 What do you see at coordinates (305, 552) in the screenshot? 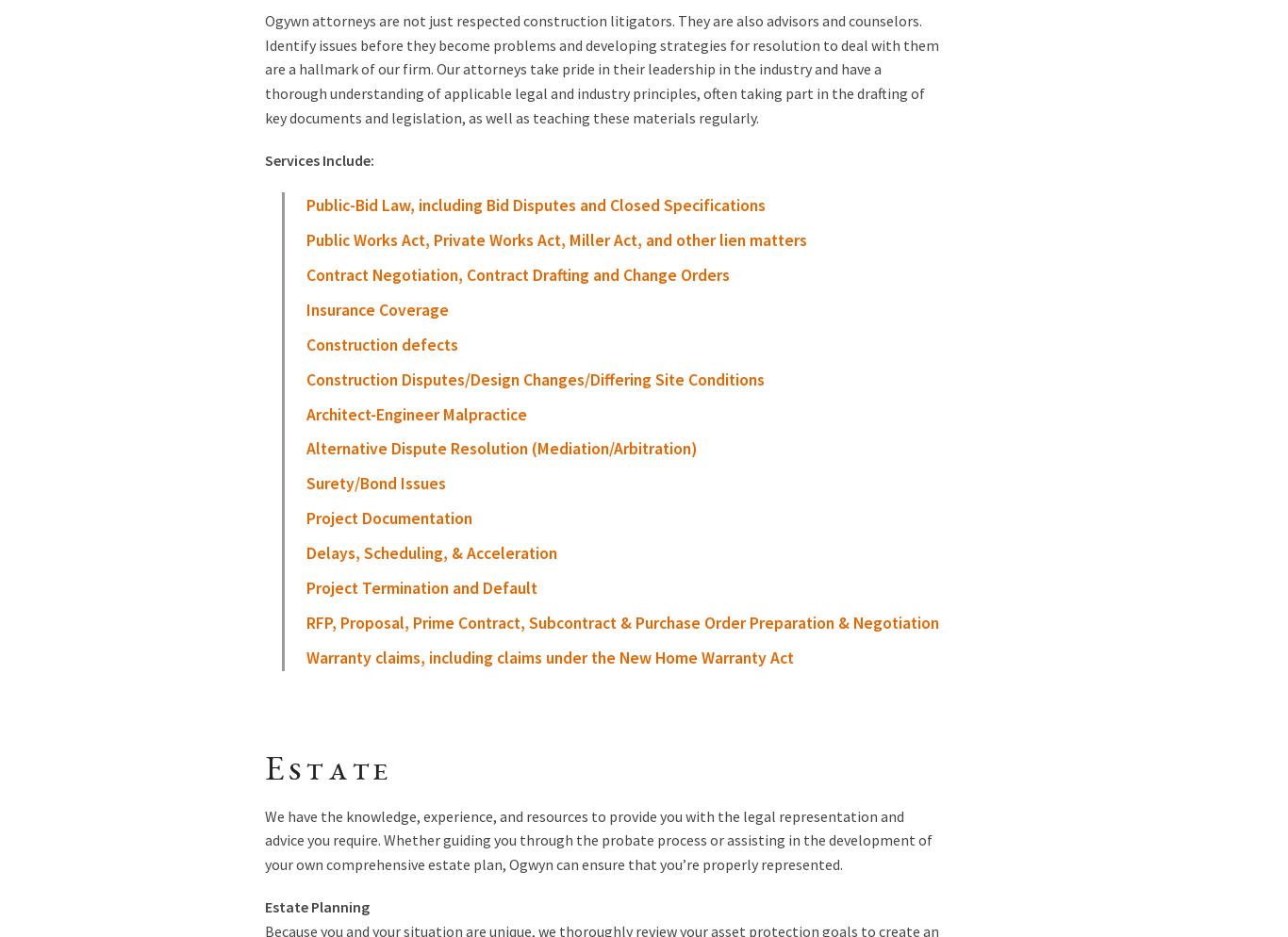
I see `'Delays, Scheduling, & Acceleration'` at bounding box center [305, 552].